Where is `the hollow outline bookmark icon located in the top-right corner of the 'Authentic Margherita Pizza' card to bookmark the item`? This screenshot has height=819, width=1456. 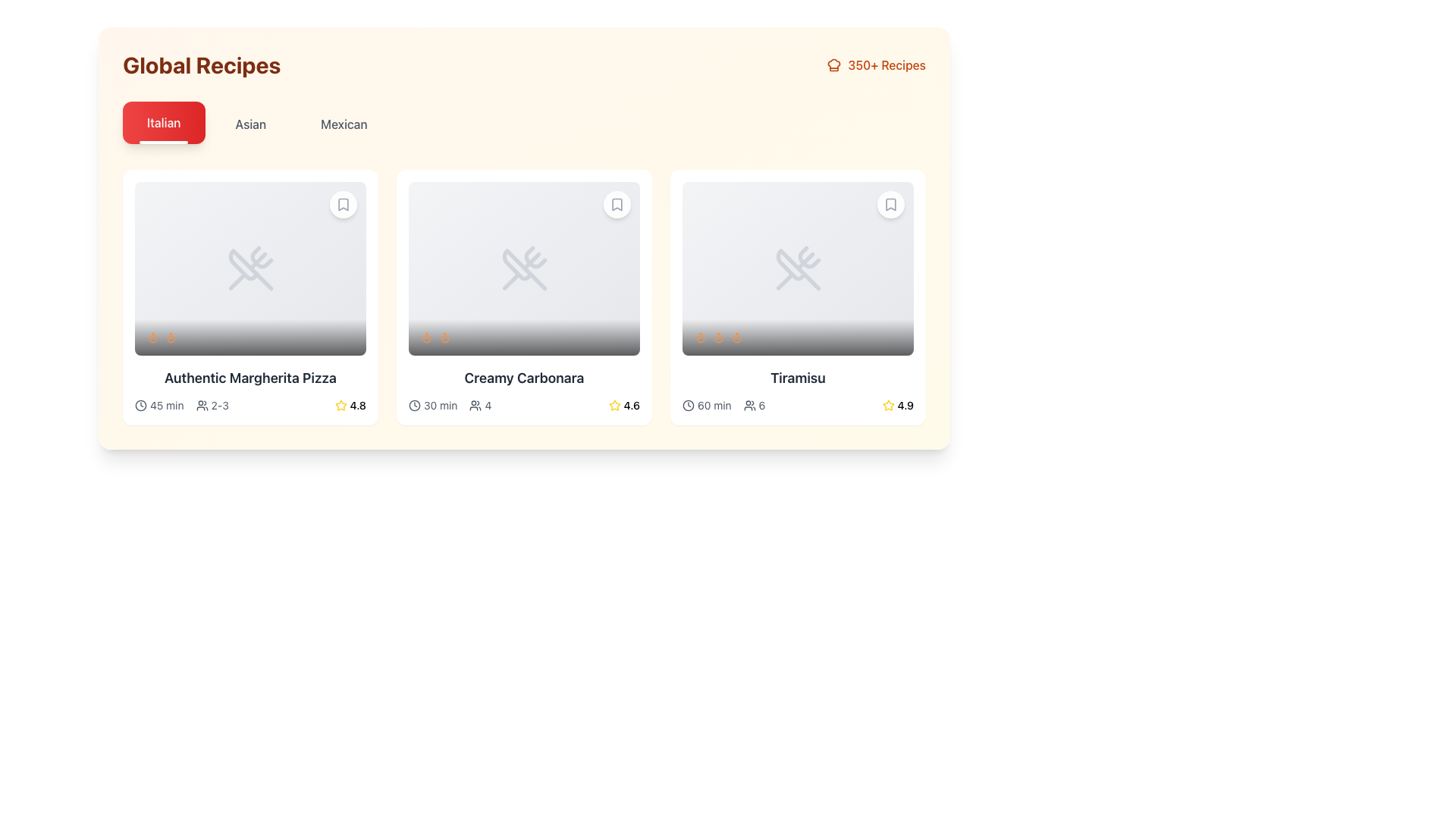
the hollow outline bookmark icon located in the top-right corner of the 'Authentic Margherita Pizza' card to bookmark the item is located at coordinates (342, 205).